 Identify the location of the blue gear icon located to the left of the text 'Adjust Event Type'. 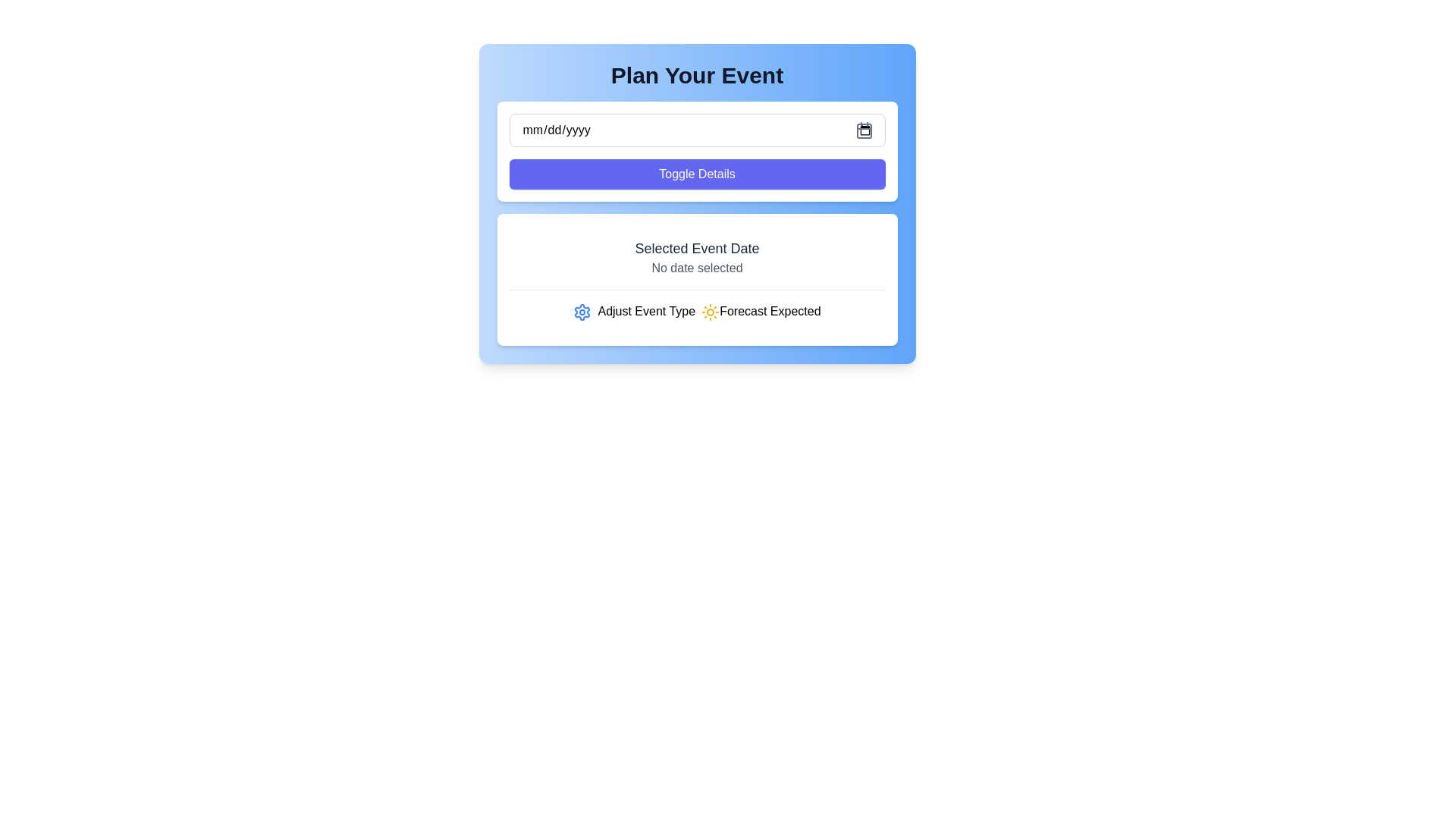
(582, 311).